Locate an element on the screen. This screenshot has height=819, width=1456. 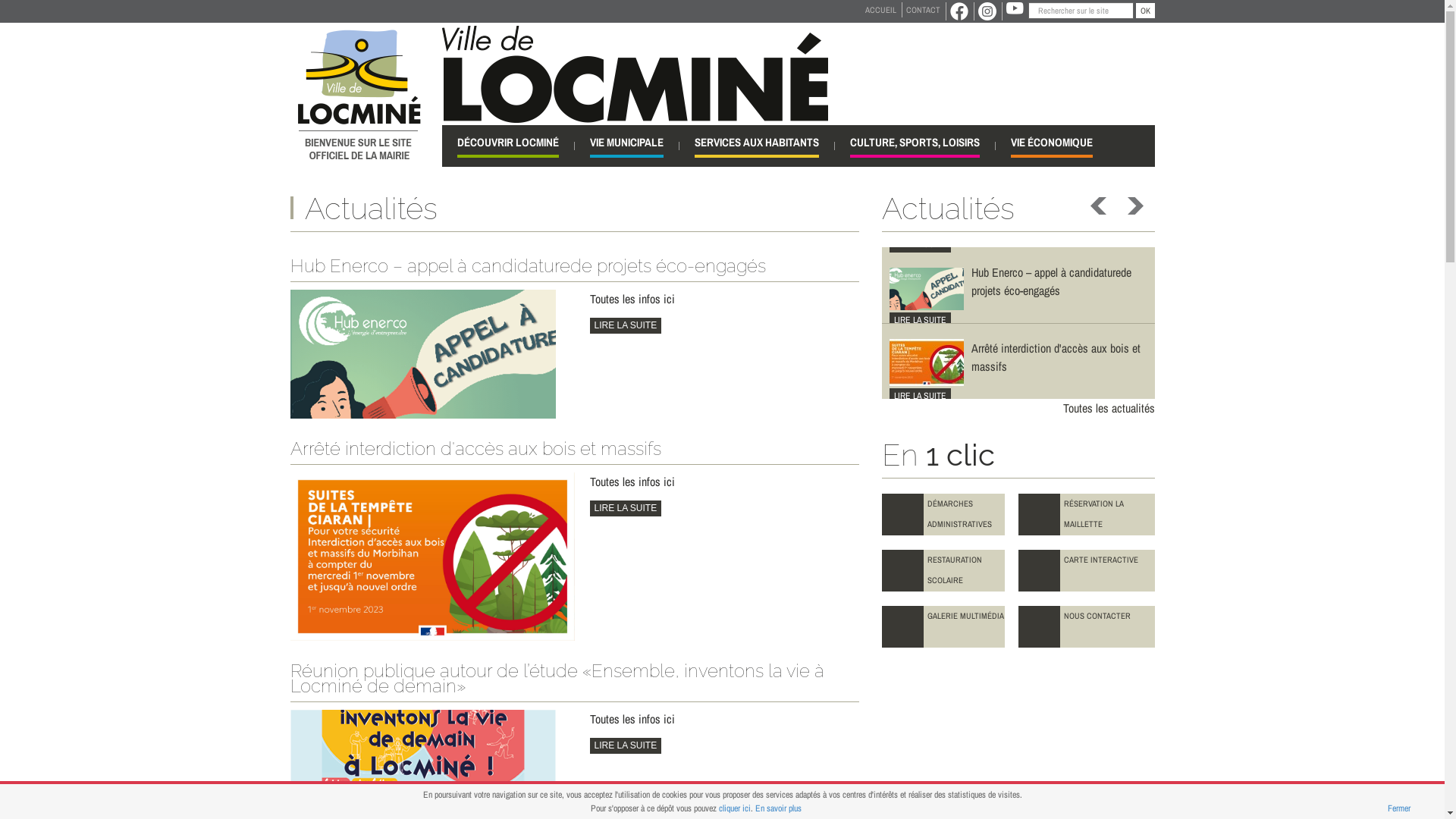
'OK' is located at coordinates (1135, 11).